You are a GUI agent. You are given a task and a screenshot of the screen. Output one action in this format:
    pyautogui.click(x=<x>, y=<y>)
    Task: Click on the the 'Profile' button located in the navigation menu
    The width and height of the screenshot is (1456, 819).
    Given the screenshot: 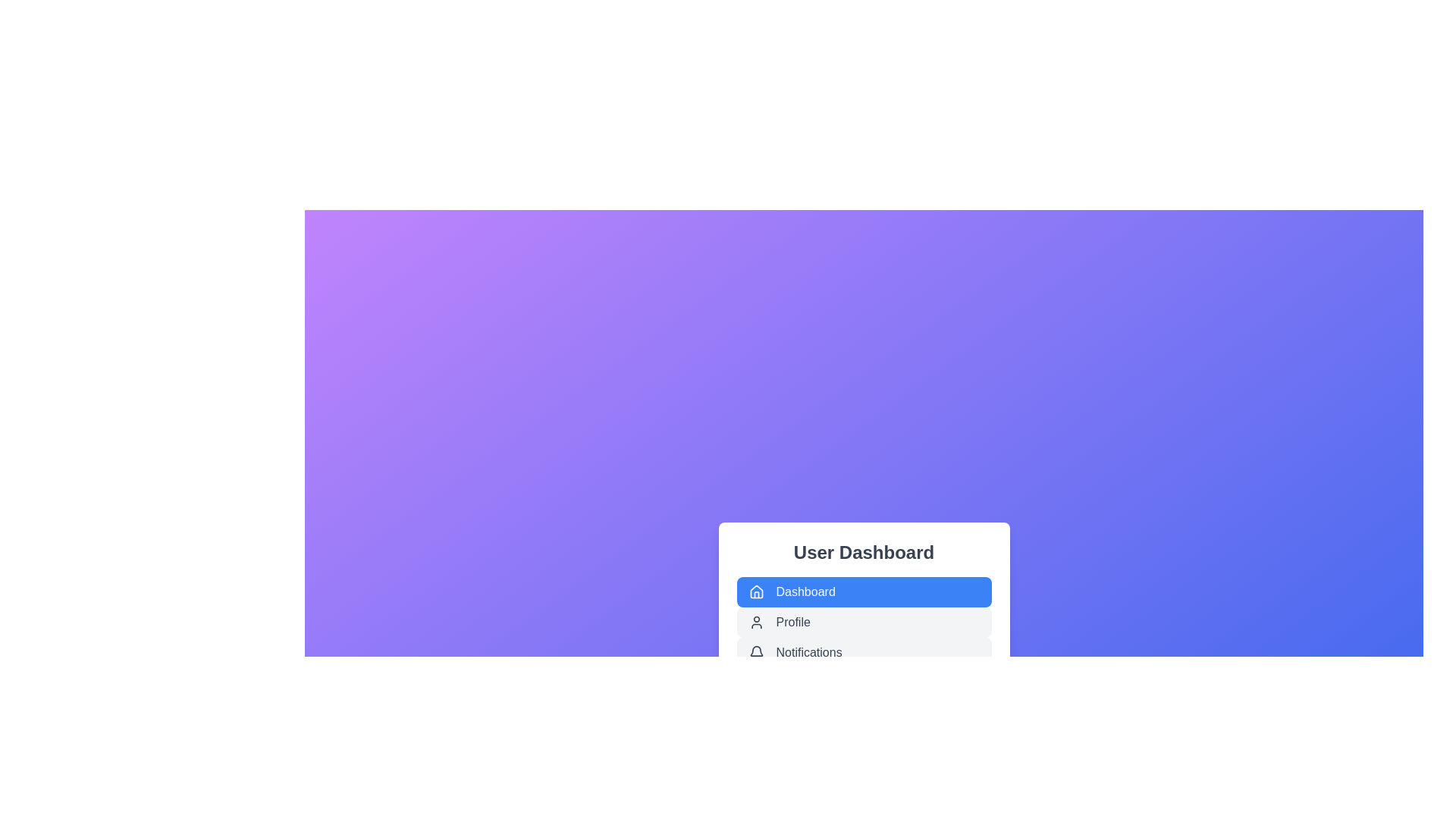 What is the action you would take?
    pyautogui.click(x=864, y=620)
    